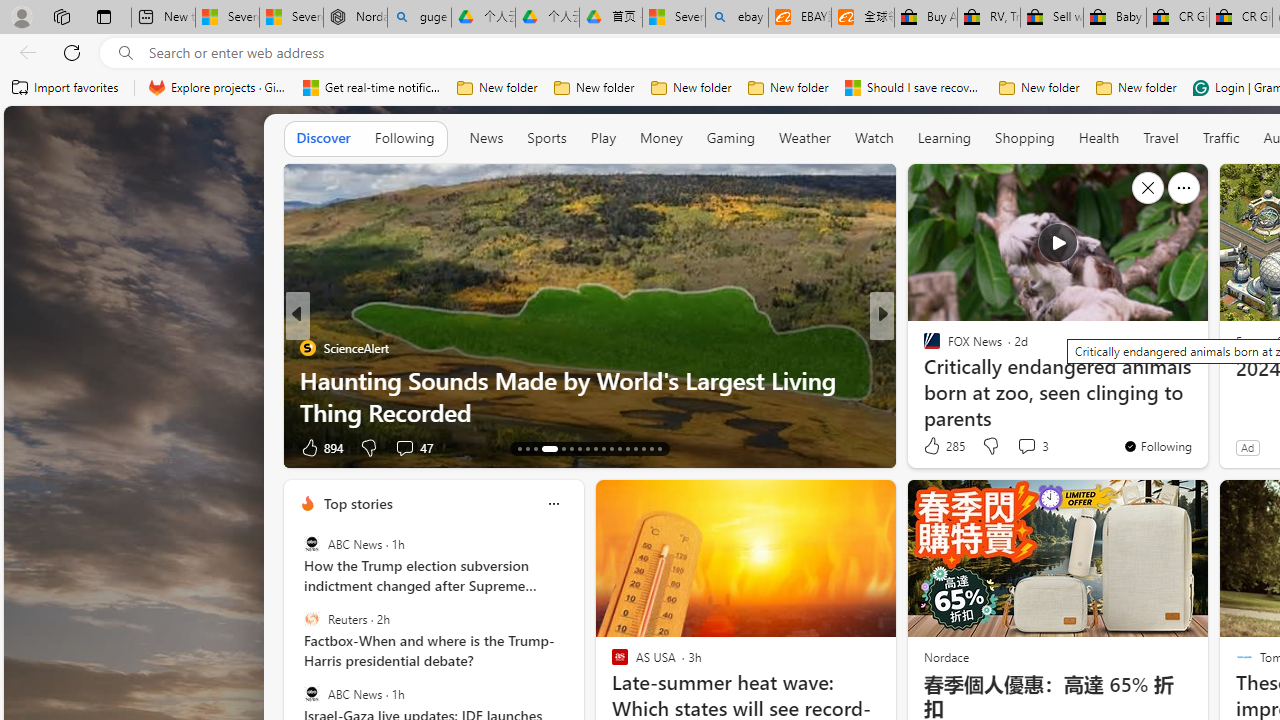 This screenshot has height=720, width=1280. What do you see at coordinates (922, 346) in the screenshot?
I see `'For The Win'` at bounding box center [922, 346].